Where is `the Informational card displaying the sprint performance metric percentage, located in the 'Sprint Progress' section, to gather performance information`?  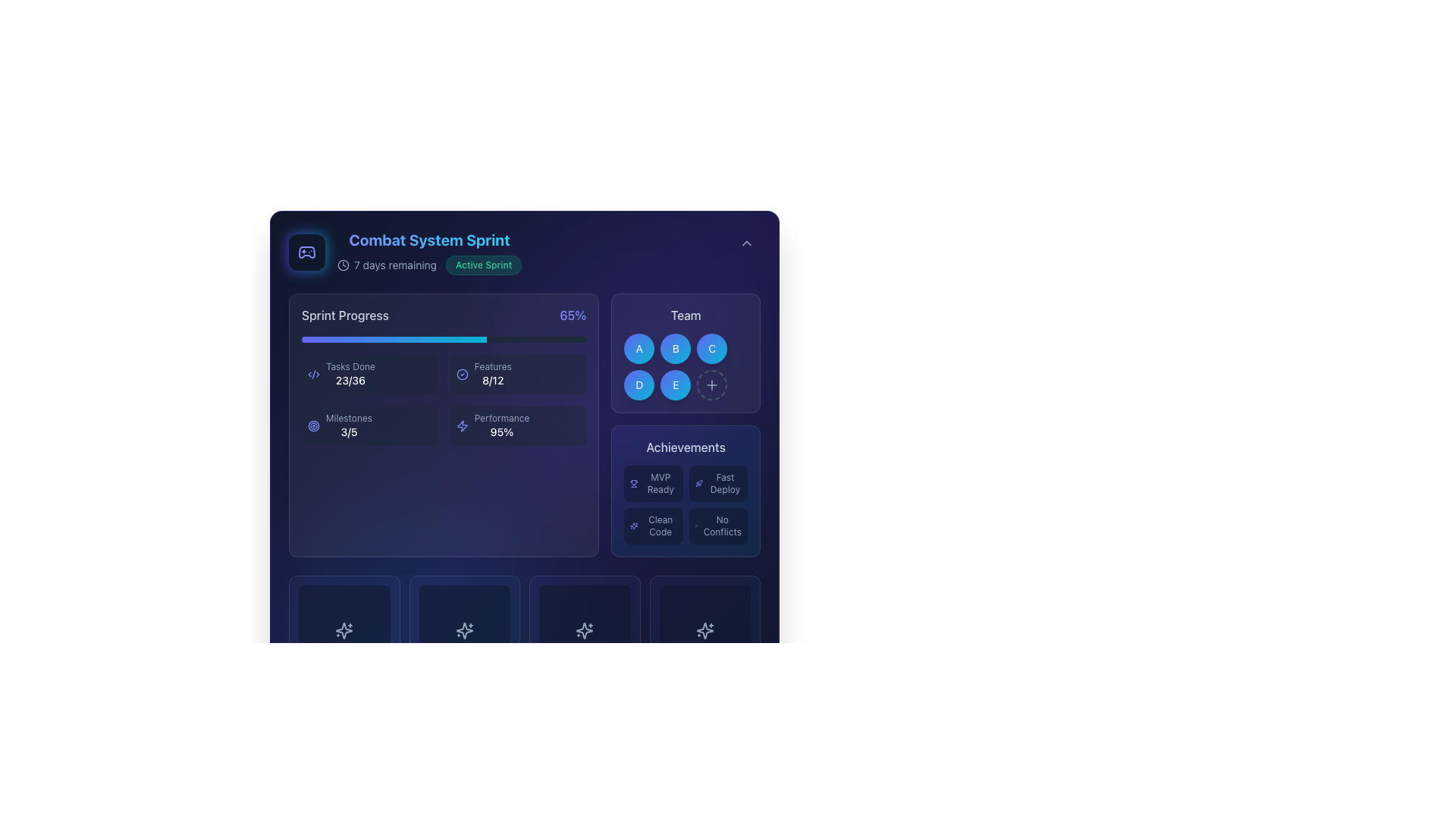
the Informational card displaying the sprint performance metric percentage, located in the 'Sprint Progress' section, to gather performance information is located at coordinates (518, 426).